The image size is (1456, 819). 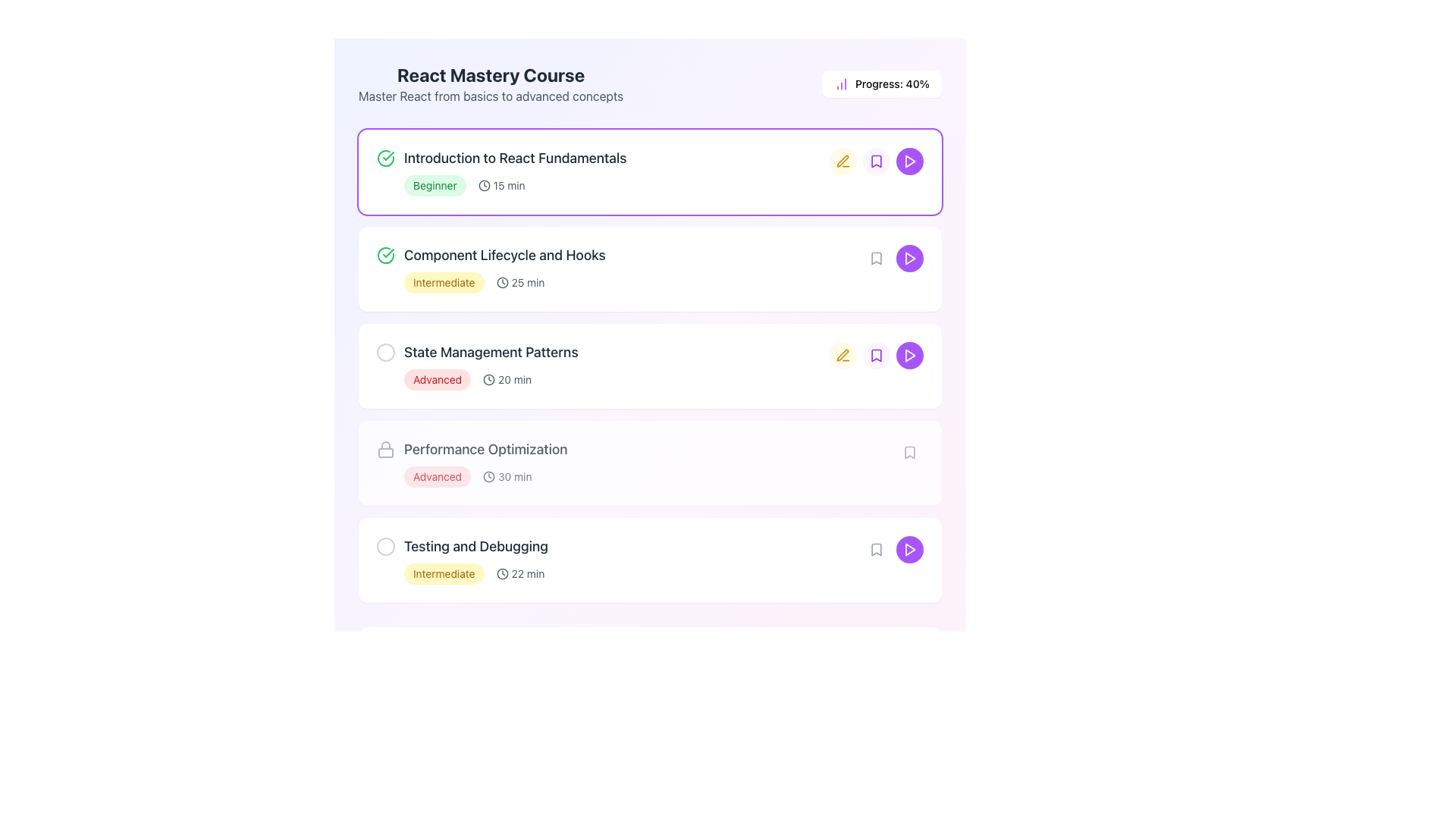 What do you see at coordinates (877, 257) in the screenshot?
I see `the bookmark icon located inside the task block labeled 'Component Lifecycle and Hooks', positioned to the right of the edit pencil icon and to the left of the play button` at bounding box center [877, 257].